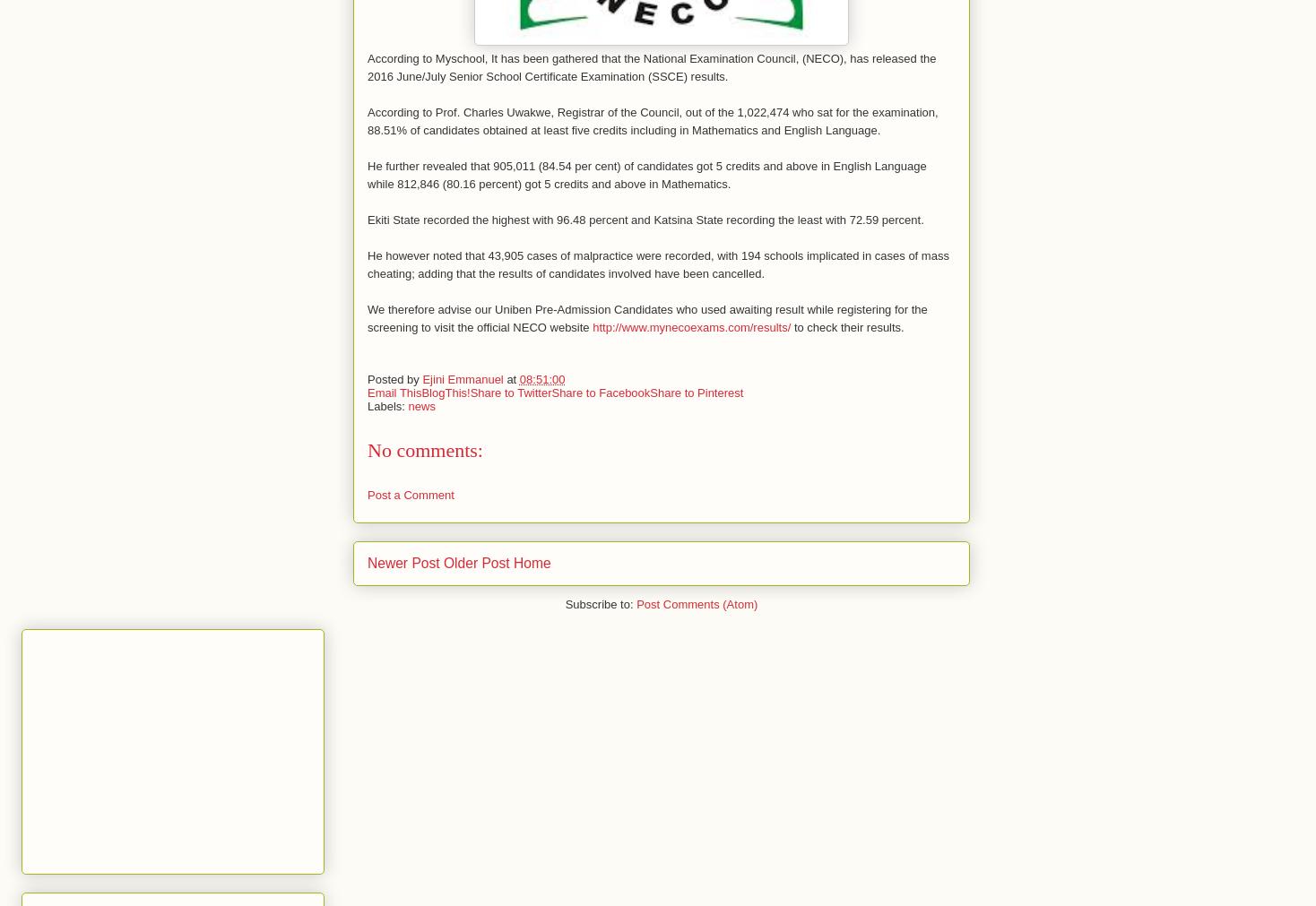 This screenshot has height=906, width=1316. What do you see at coordinates (421, 377) in the screenshot?
I see `'Ejini Emmanuel'` at bounding box center [421, 377].